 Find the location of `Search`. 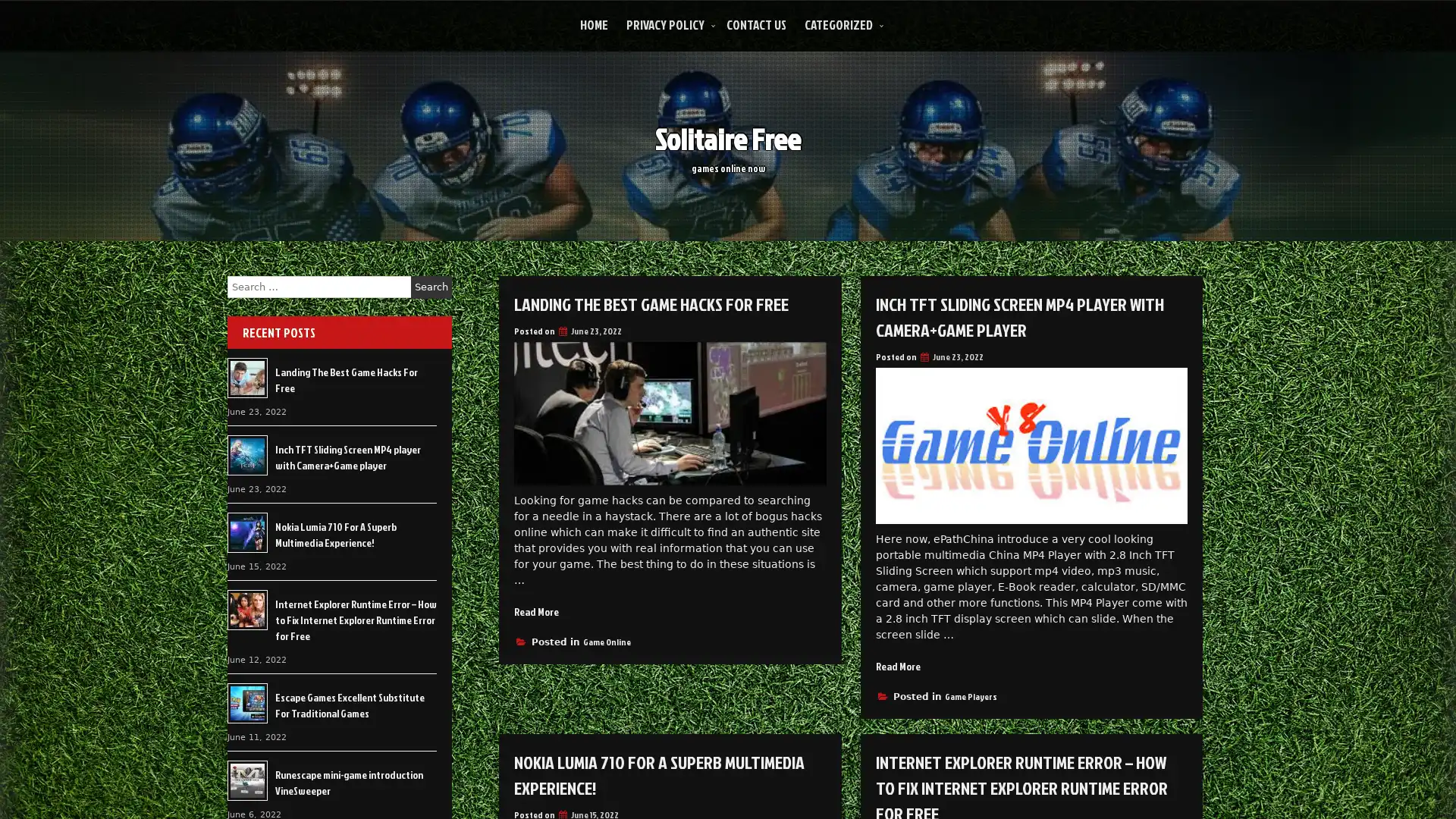

Search is located at coordinates (431, 287).